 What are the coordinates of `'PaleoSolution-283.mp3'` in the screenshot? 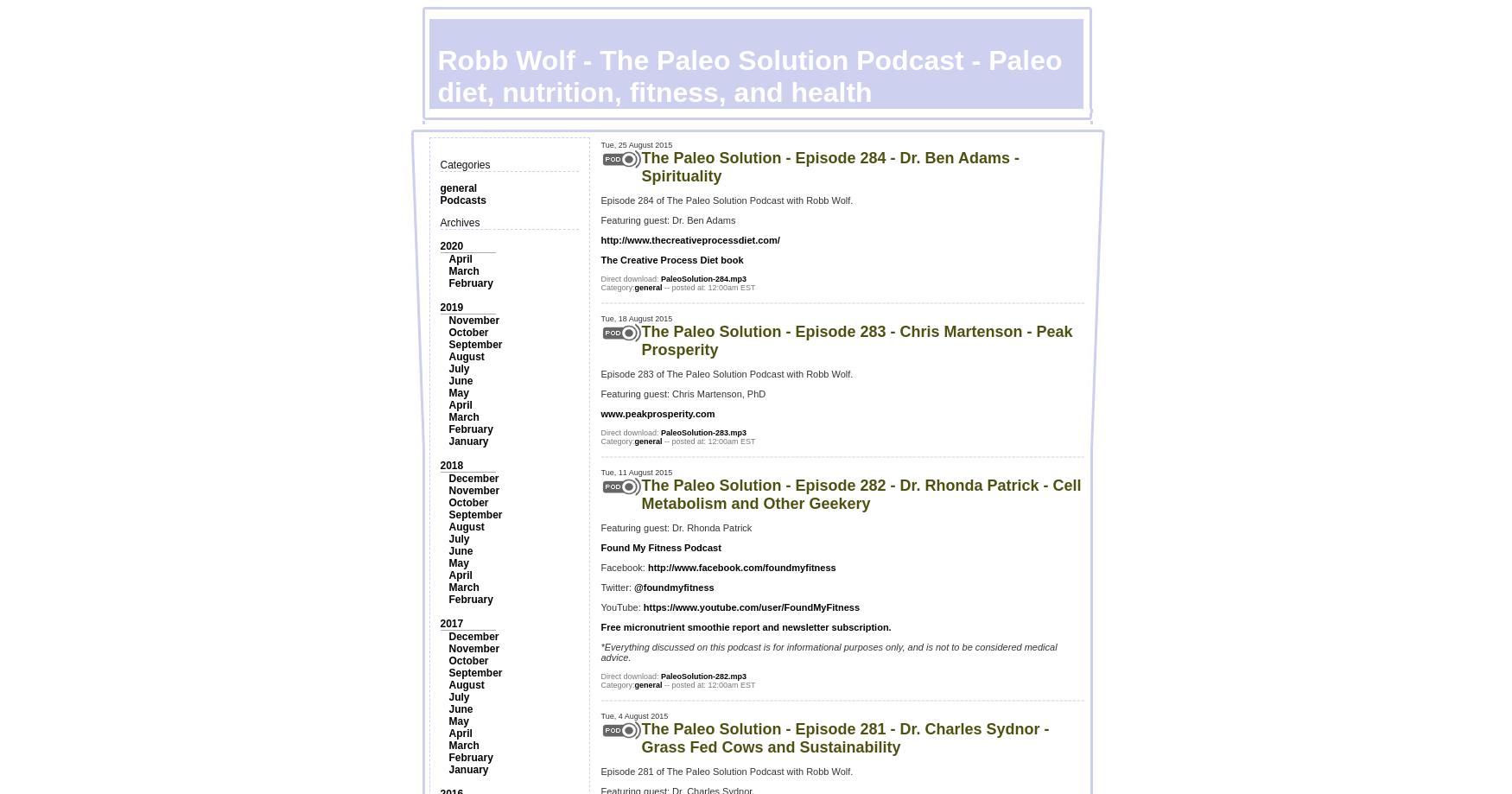 It's located at (703, 432).